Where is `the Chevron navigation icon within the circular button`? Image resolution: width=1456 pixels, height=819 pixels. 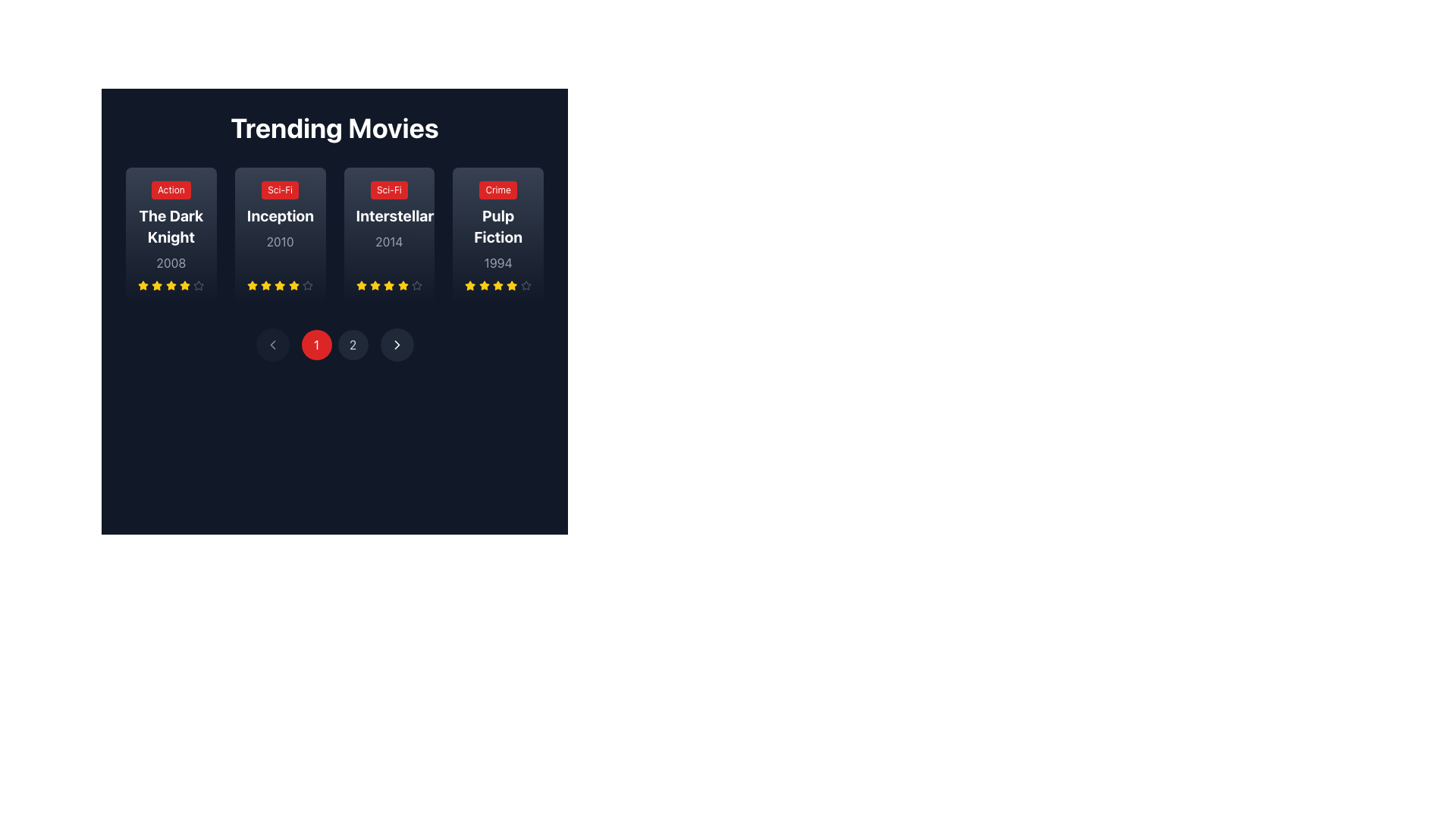
the Chevron navigation icon within the circular button is located at coordinates (272, 344).